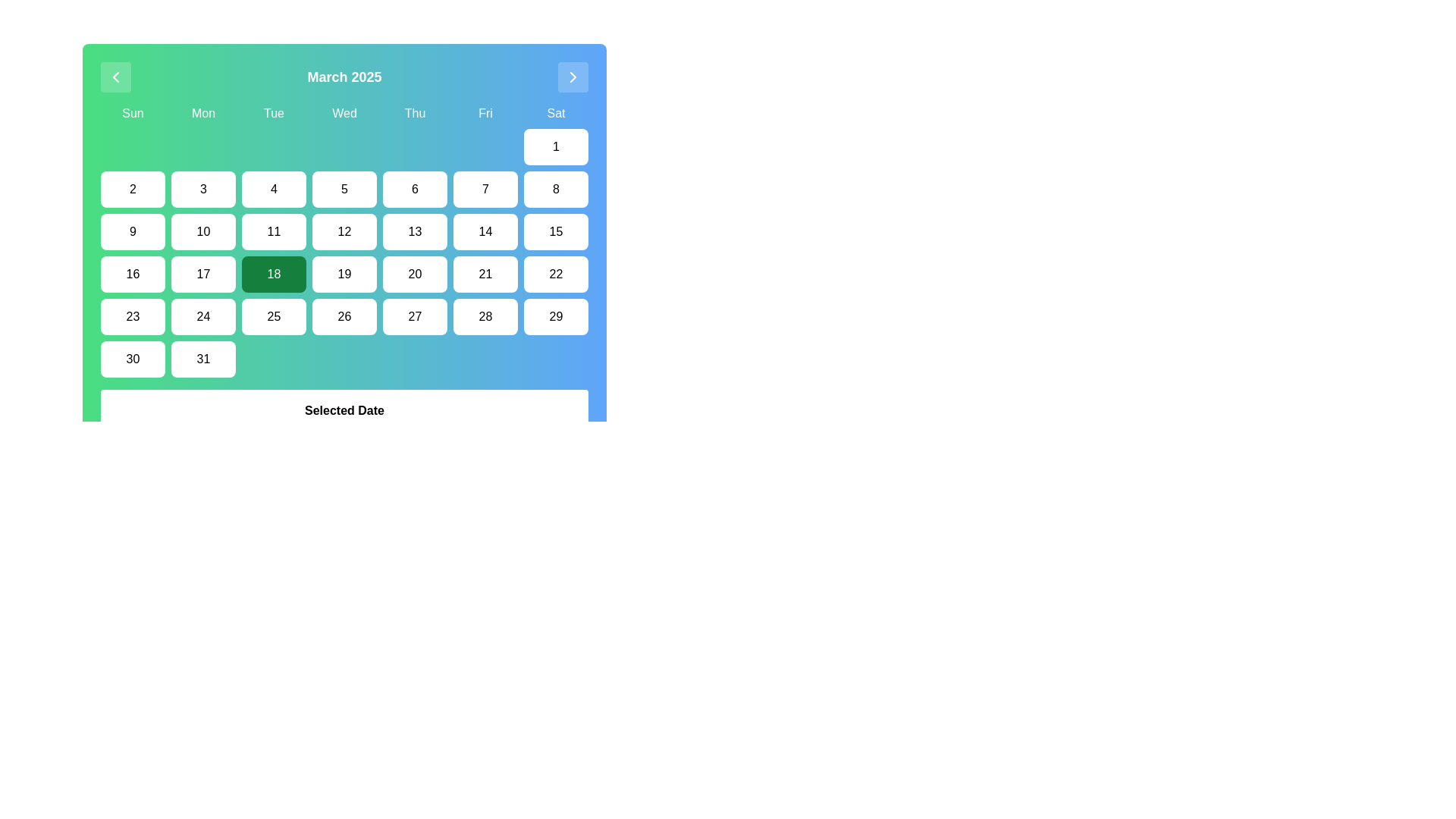  I want to click on the square-shaped button displaying the number '12' in the center of the date picker interface, so click(344, 223).